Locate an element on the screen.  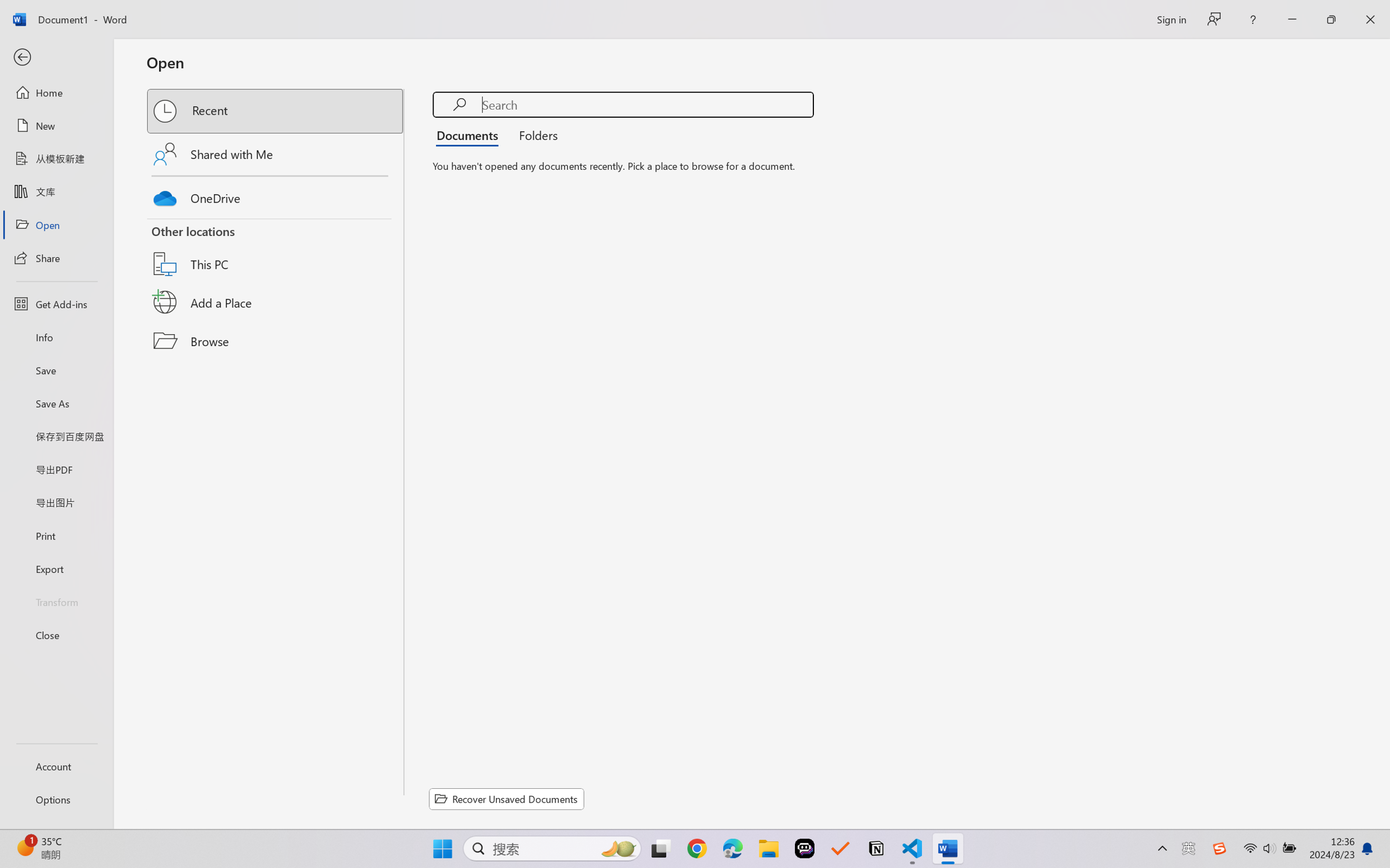
'Options' is located at coordinates (56, 799).